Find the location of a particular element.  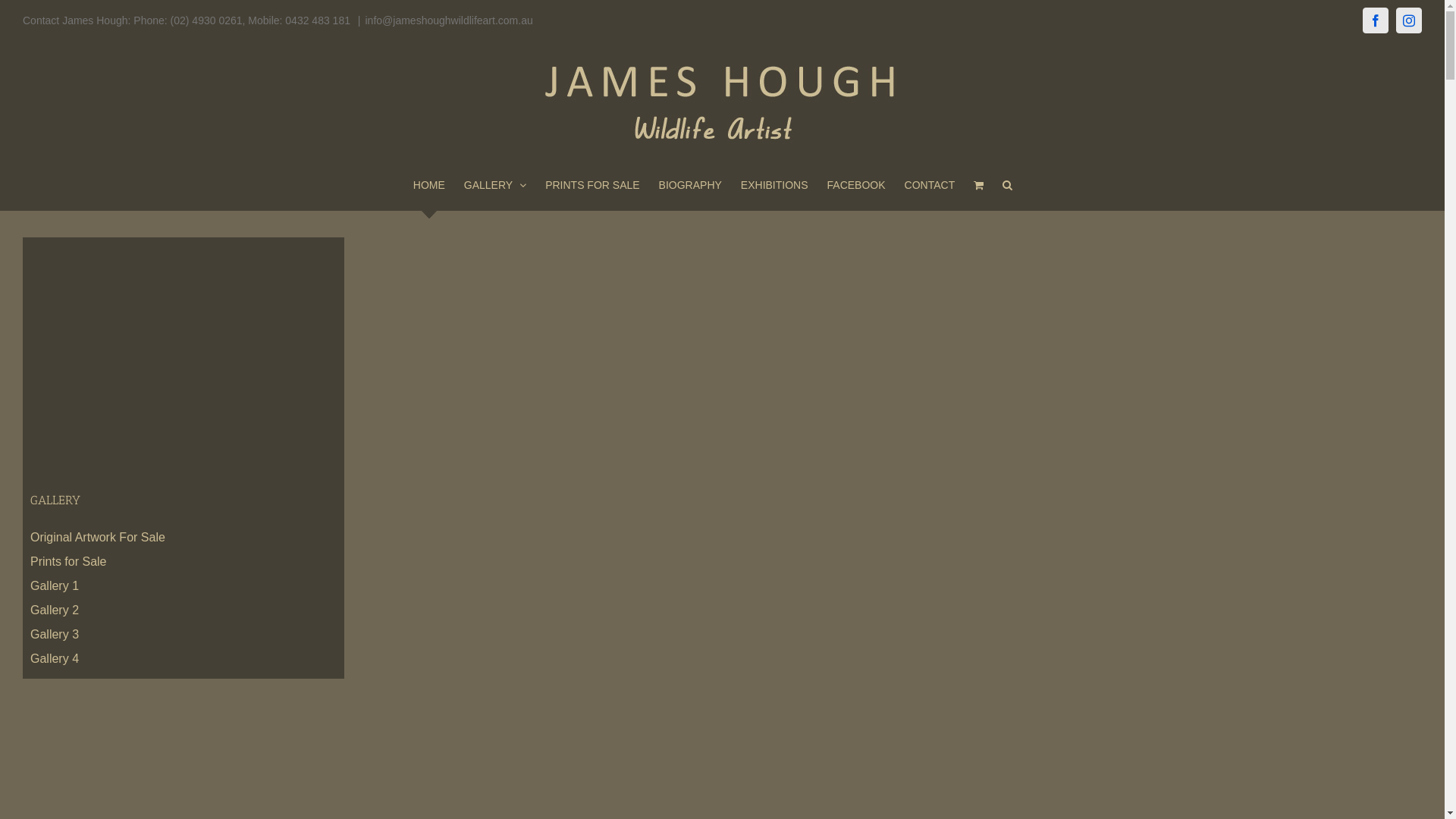

'Gallery 4' is located at coordinates (55, 657).